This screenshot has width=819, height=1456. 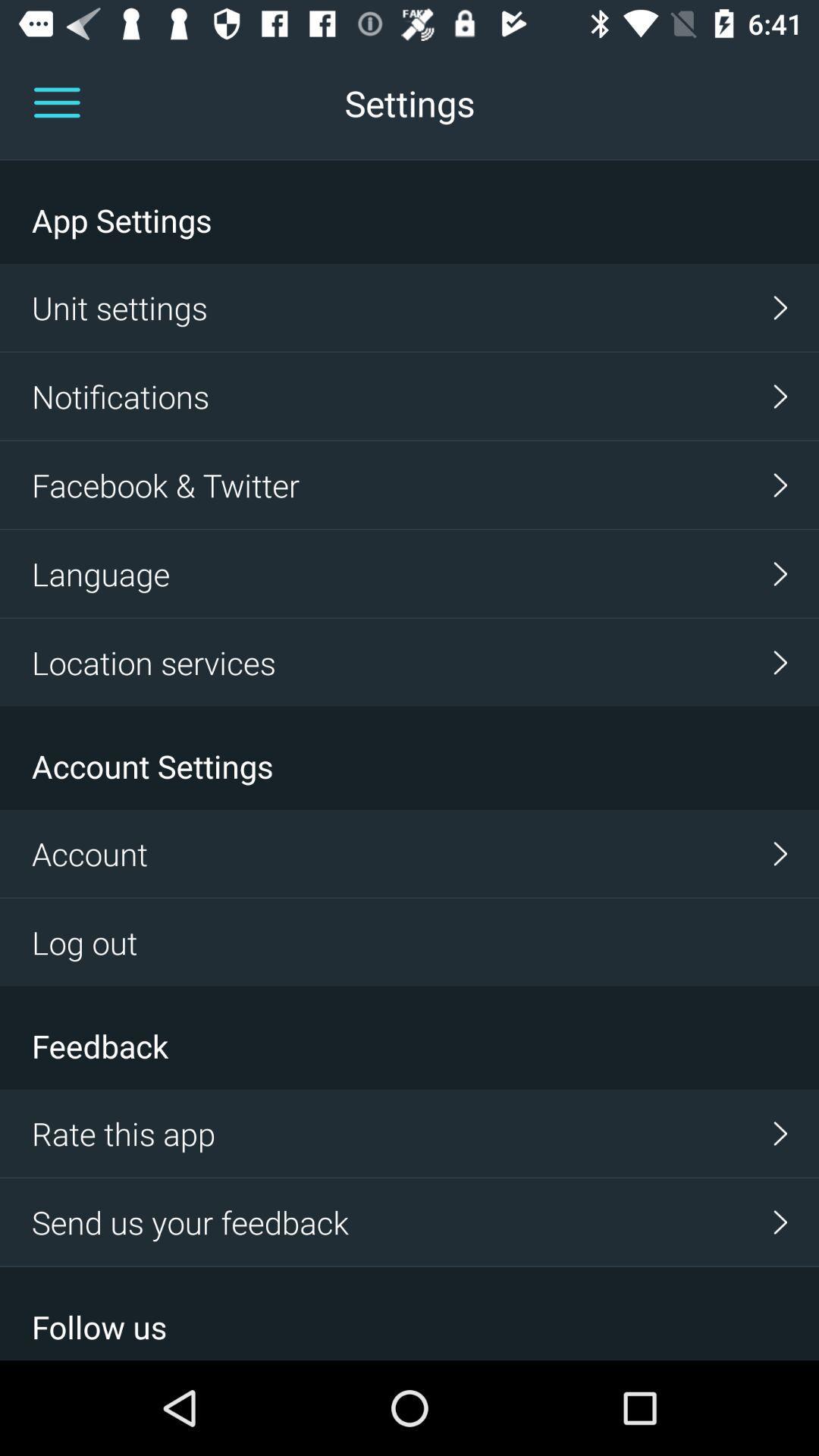 I want to click on the menu icon, so click(x=56, y=102).